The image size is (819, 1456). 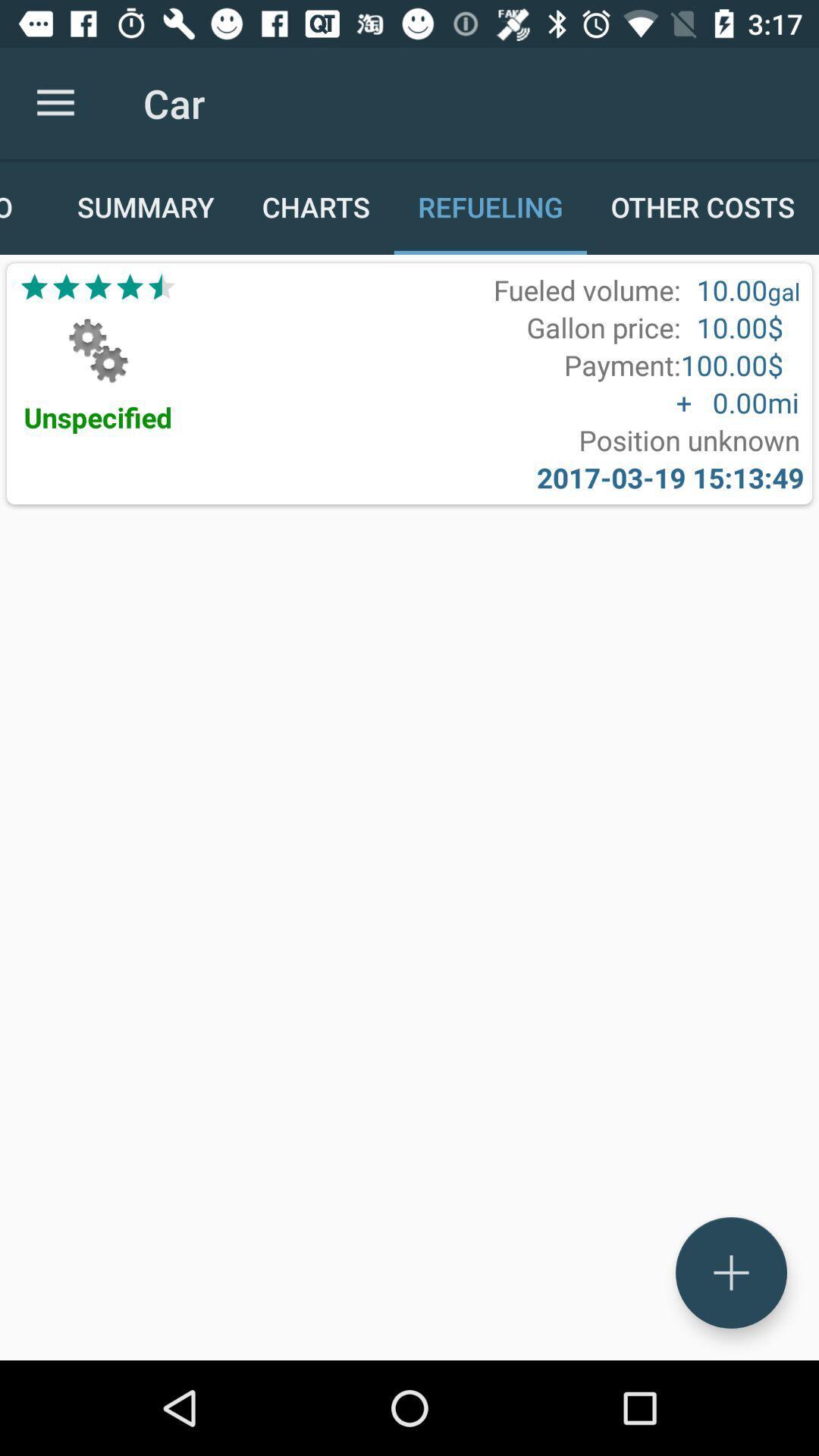 What do you see at coordinates (689, 439) in the screenshot?
I see `position unknown item` at bounding box center [689, 439].